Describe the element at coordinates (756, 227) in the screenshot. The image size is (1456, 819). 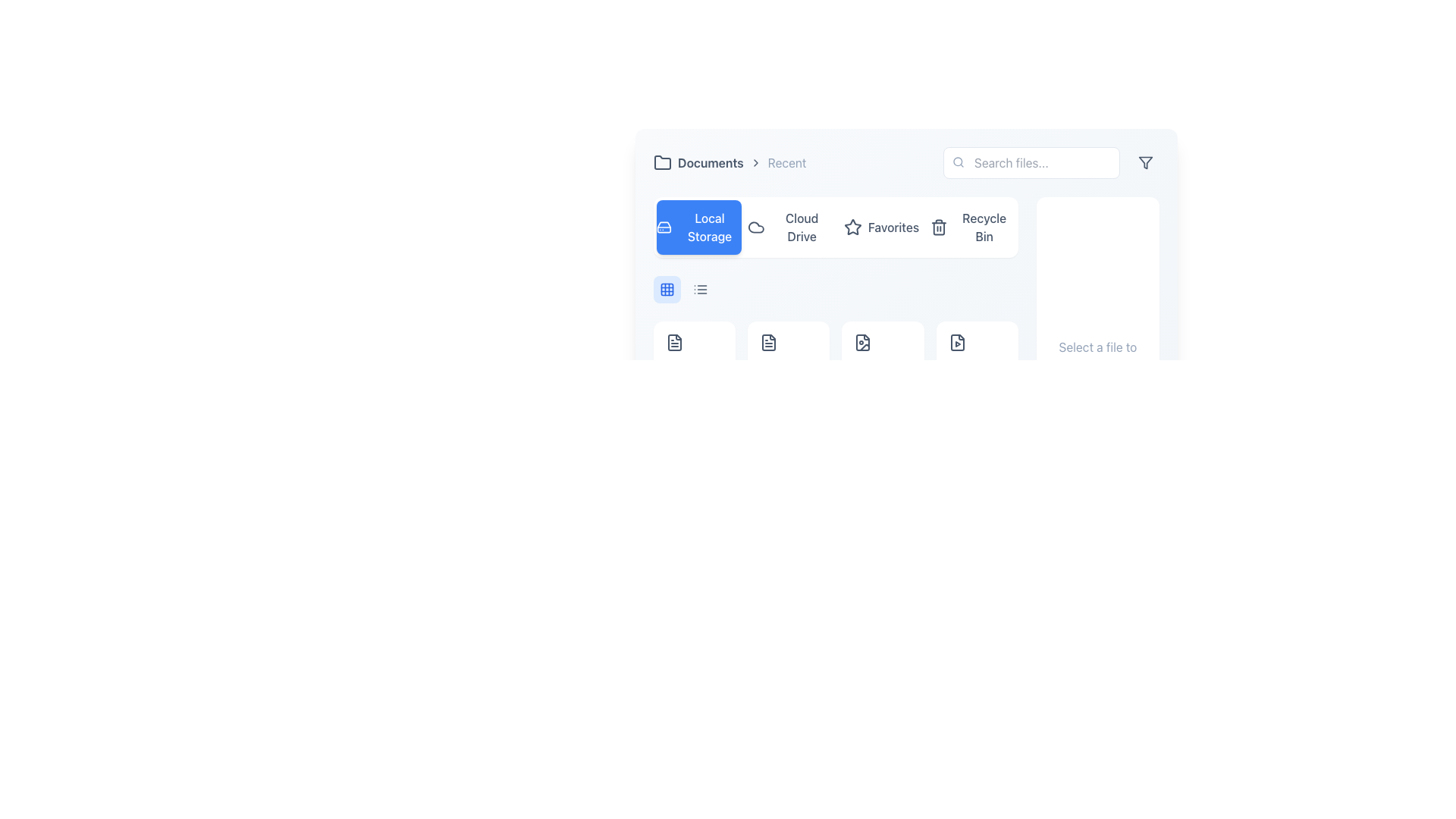
I see `the 'Cloud Drive' icon, which is the second icon in the navigation row located at the upper section of the interface` at that location.